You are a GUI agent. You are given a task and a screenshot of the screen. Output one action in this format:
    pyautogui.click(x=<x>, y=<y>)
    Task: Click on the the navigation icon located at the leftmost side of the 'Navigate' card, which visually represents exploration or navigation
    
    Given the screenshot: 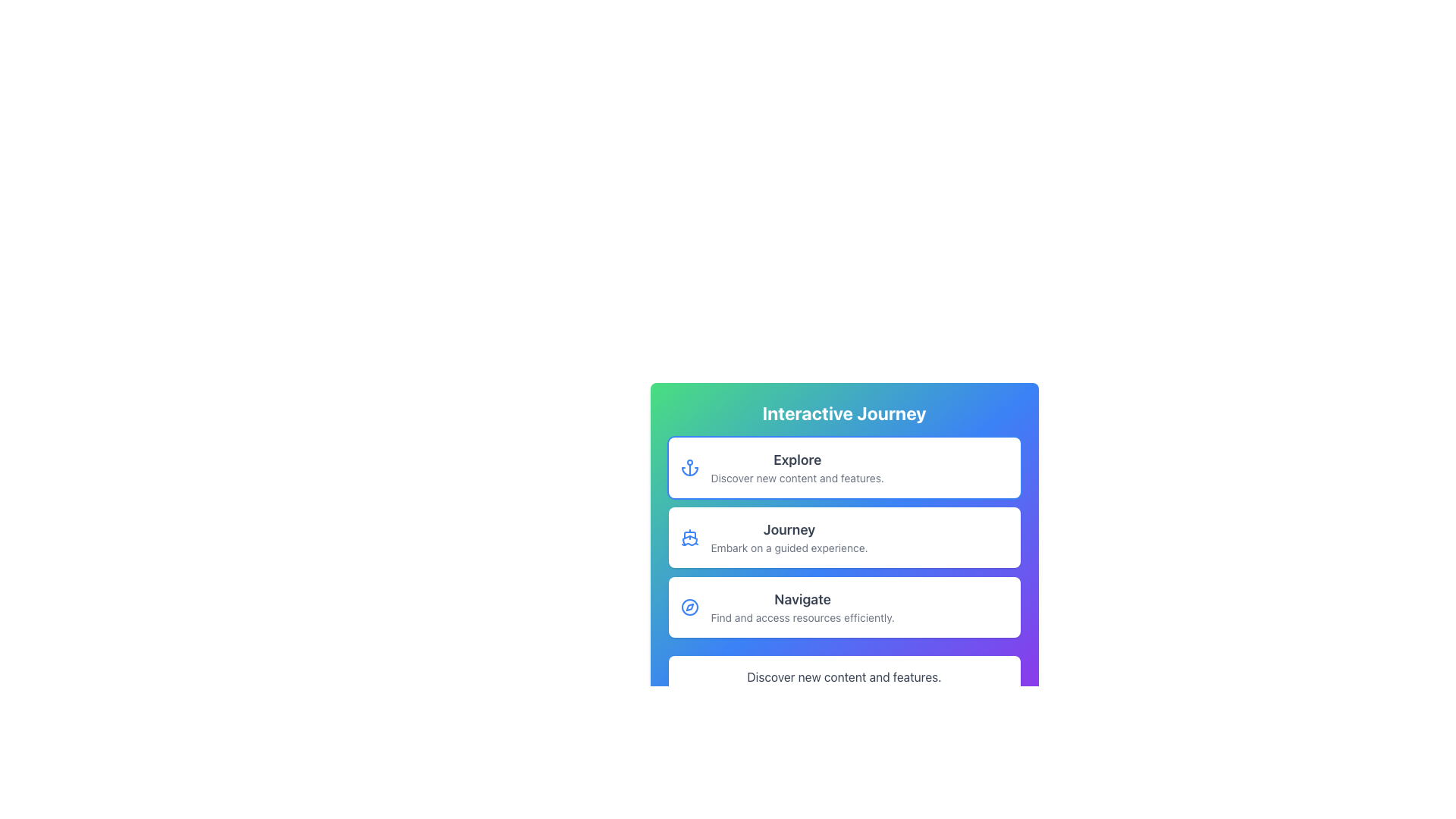 What is the action you would take?
    pyautogui.click(x=689, y=607)
    